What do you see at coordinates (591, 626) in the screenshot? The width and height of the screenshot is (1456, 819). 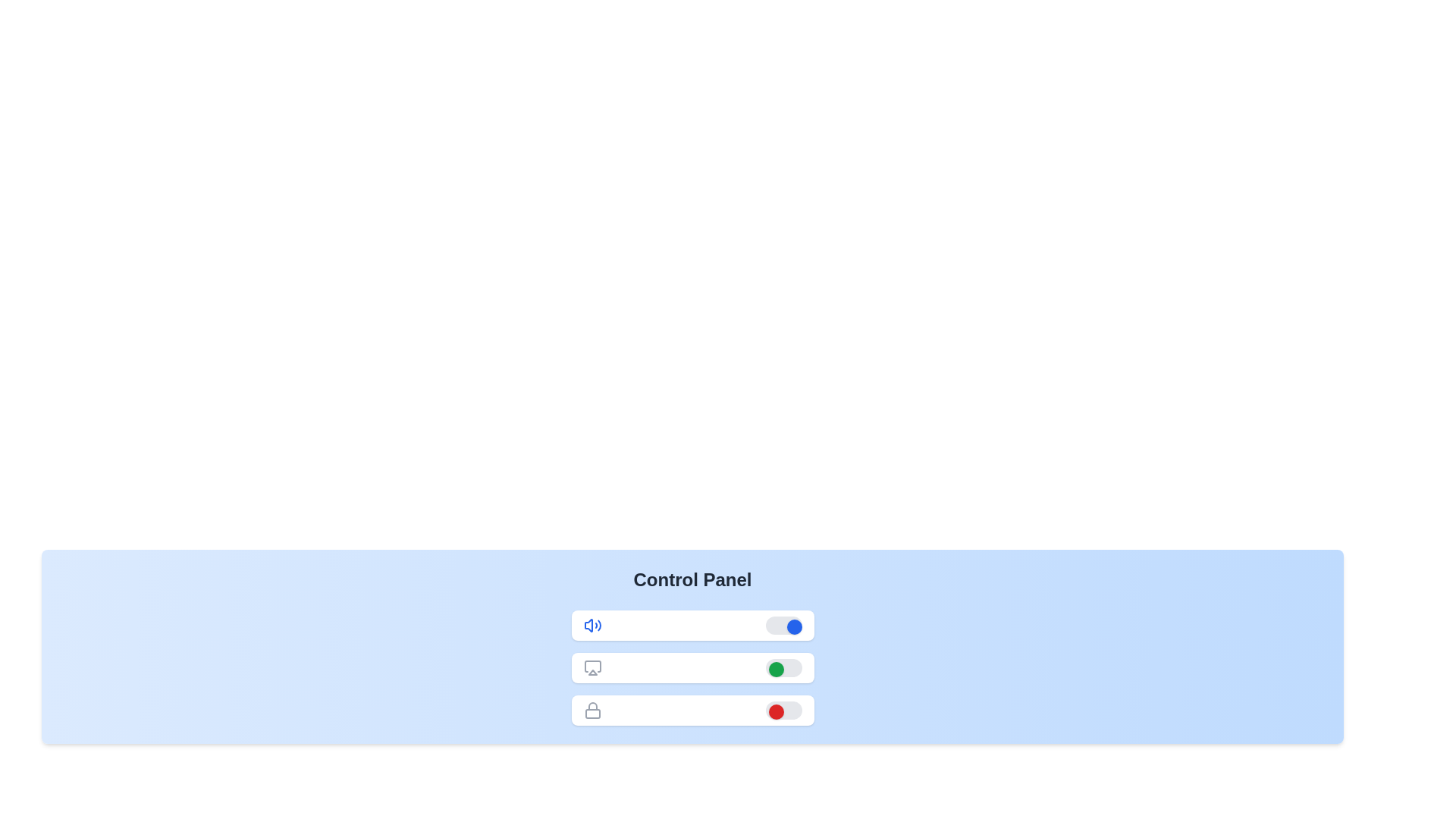 I see `the speaker icon that represents sound control, located as the leftmost element in the first row of the control panel, to engage with surrounding elements` at bounding box center [591, 626].